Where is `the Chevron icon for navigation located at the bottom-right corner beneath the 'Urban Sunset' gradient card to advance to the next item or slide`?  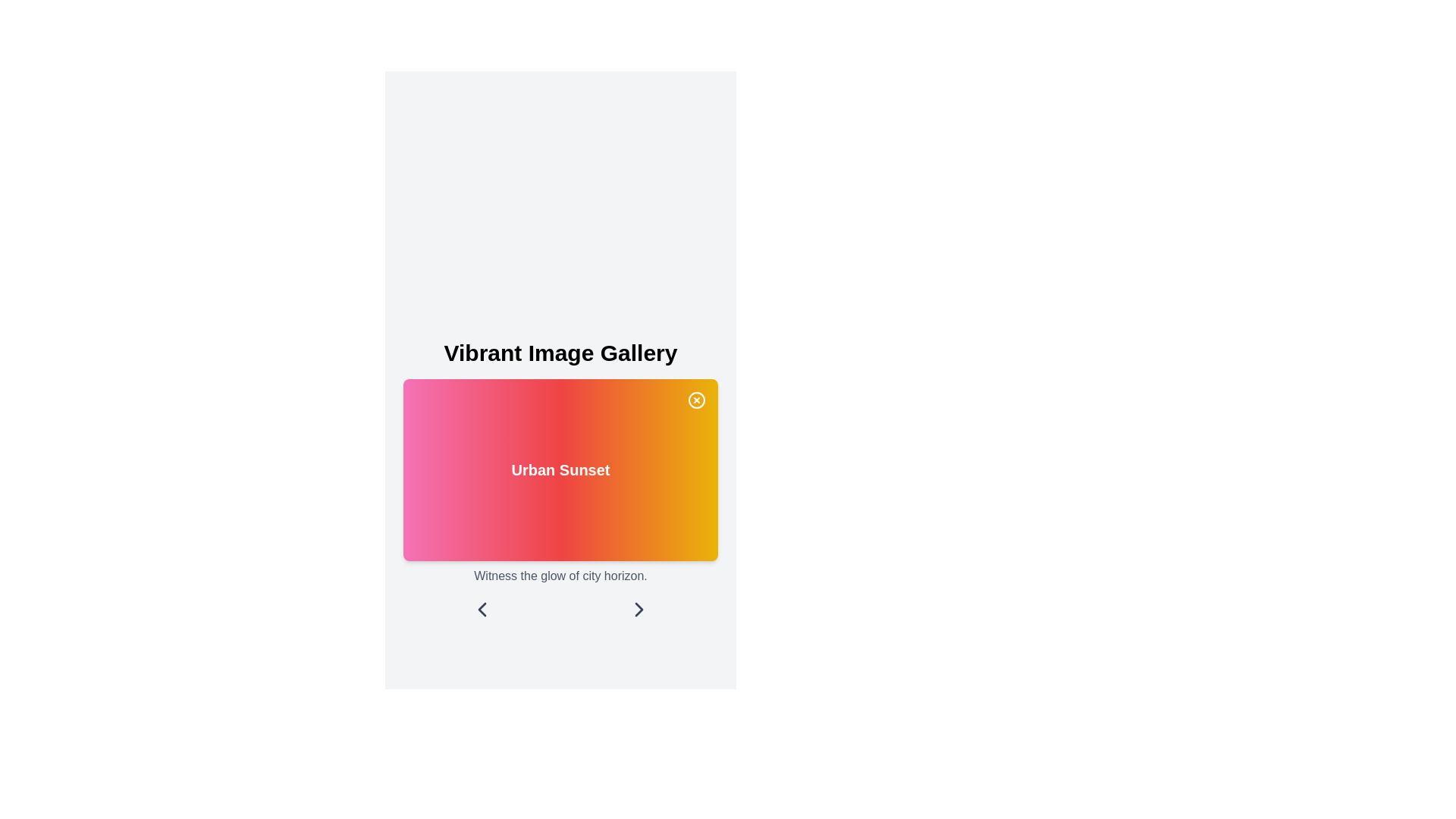
the Chevron icon for navigation located at the bottom-right corner beneath the 'Urban Sunset' gradient card to advance to the next item or slide is located at coordinates (639, 608).